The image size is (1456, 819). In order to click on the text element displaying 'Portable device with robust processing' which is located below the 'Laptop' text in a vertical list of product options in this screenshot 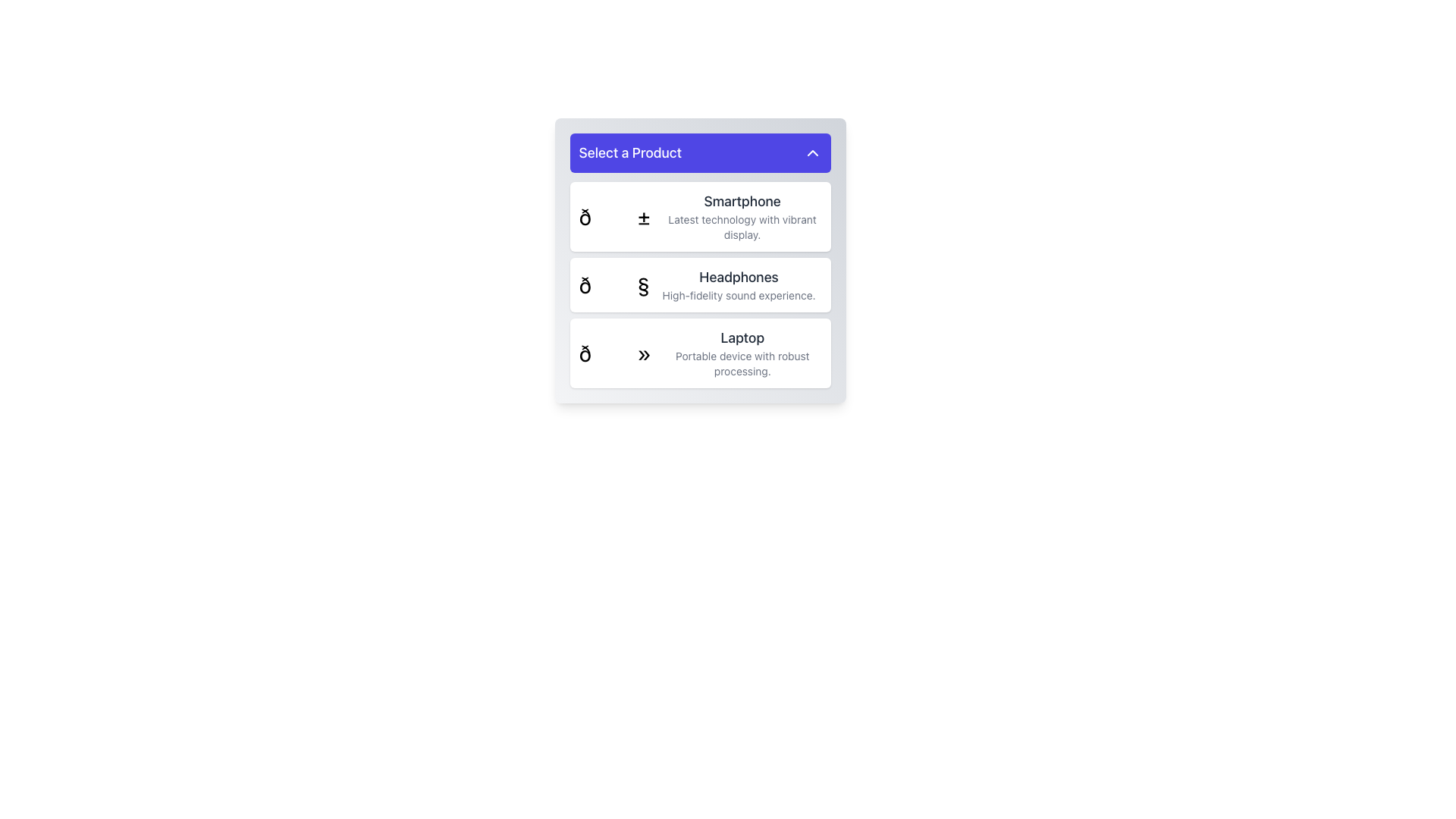, I will do `click(742, 363)`.